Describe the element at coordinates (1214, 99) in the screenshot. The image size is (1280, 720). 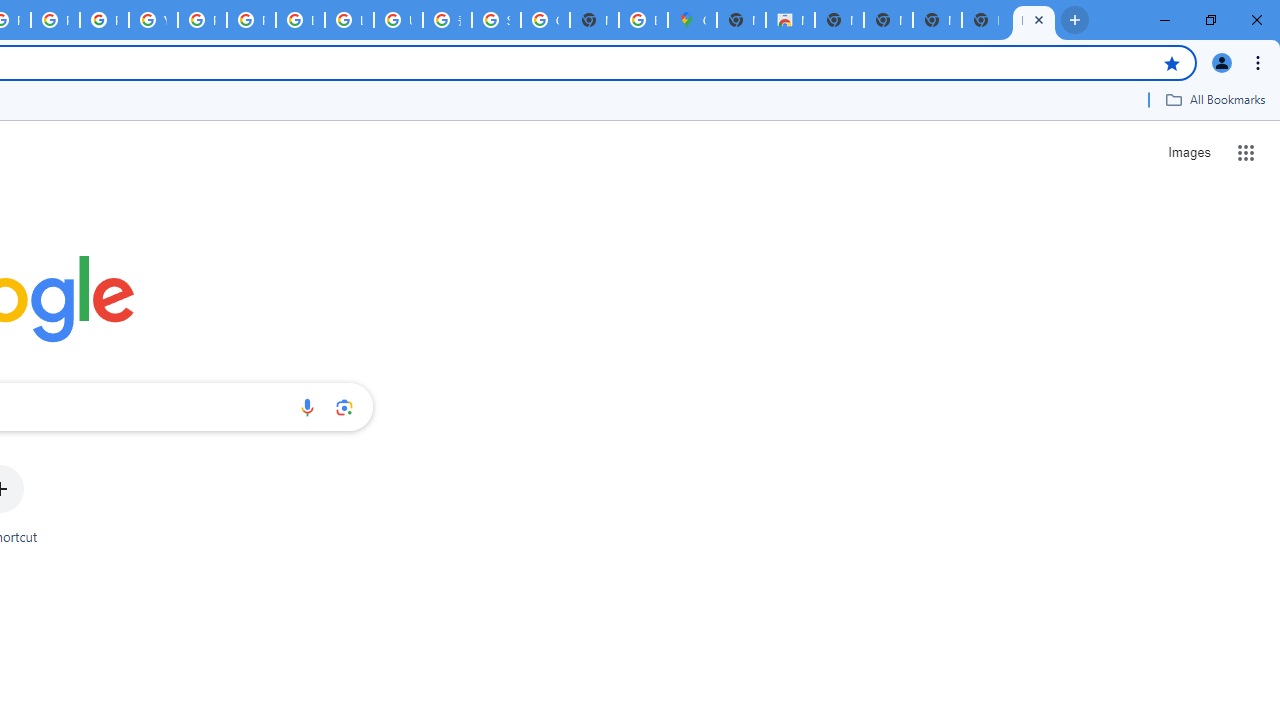
I see `'All Bookmarks'` at that location.